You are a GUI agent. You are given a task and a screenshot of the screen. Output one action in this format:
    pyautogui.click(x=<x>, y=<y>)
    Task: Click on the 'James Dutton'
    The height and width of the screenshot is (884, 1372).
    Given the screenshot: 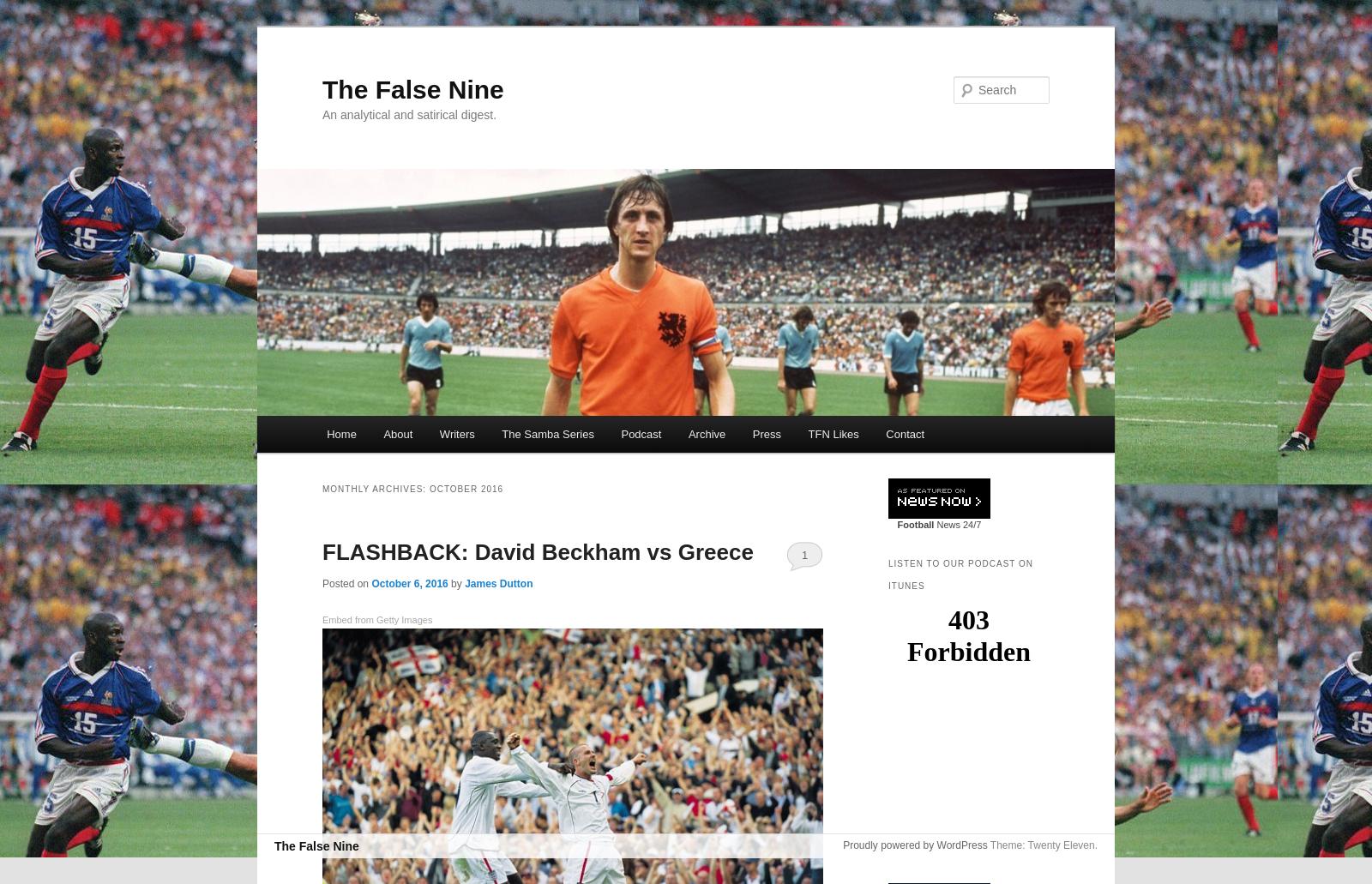 What is the action you would take?
    pyautogui.click(x=497, y=583)
    